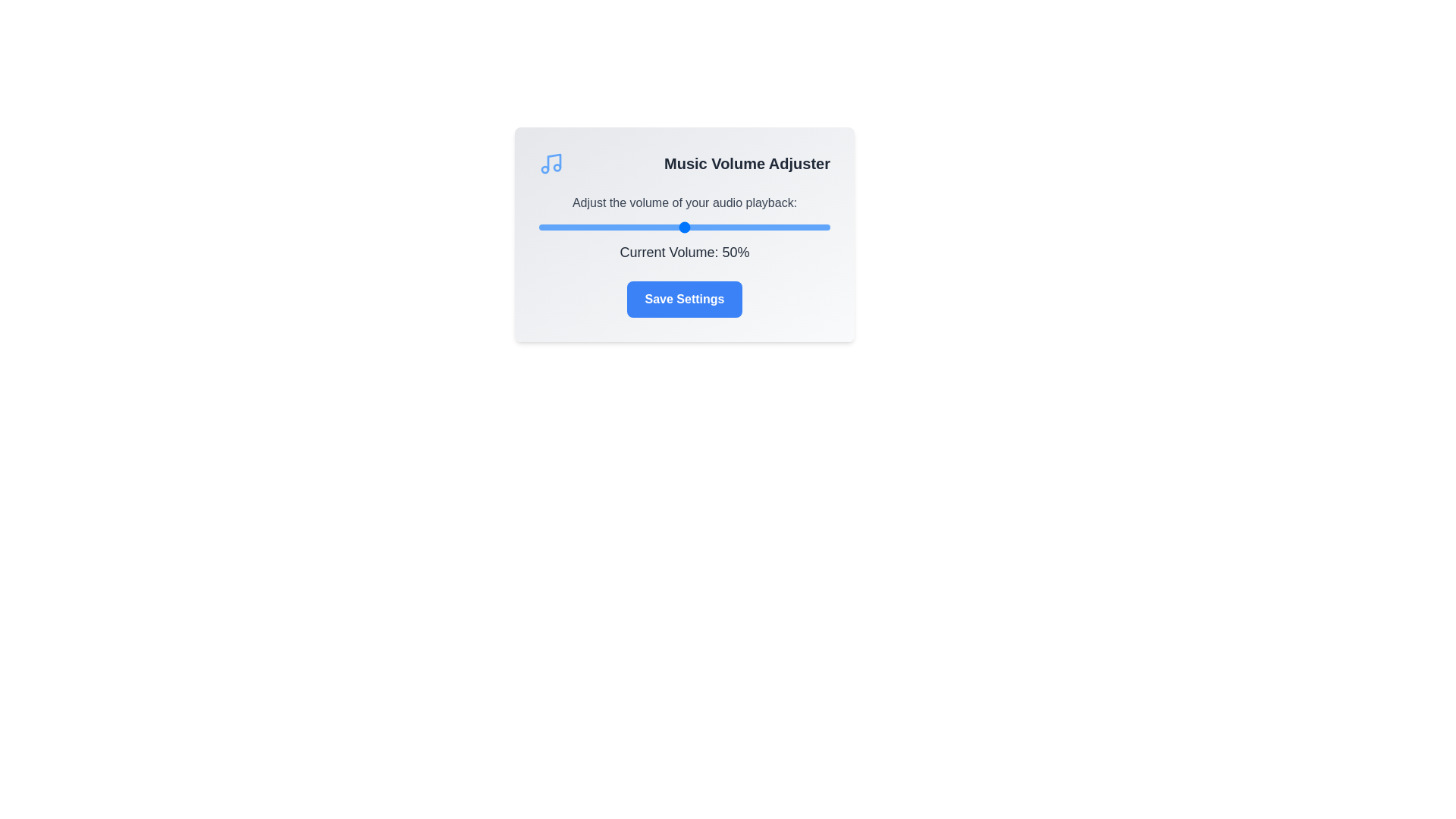  What do you see at coordinates (669, 227) in the screenshot?
I see `the volume slider to 45%` at bounding box center [669, 227].